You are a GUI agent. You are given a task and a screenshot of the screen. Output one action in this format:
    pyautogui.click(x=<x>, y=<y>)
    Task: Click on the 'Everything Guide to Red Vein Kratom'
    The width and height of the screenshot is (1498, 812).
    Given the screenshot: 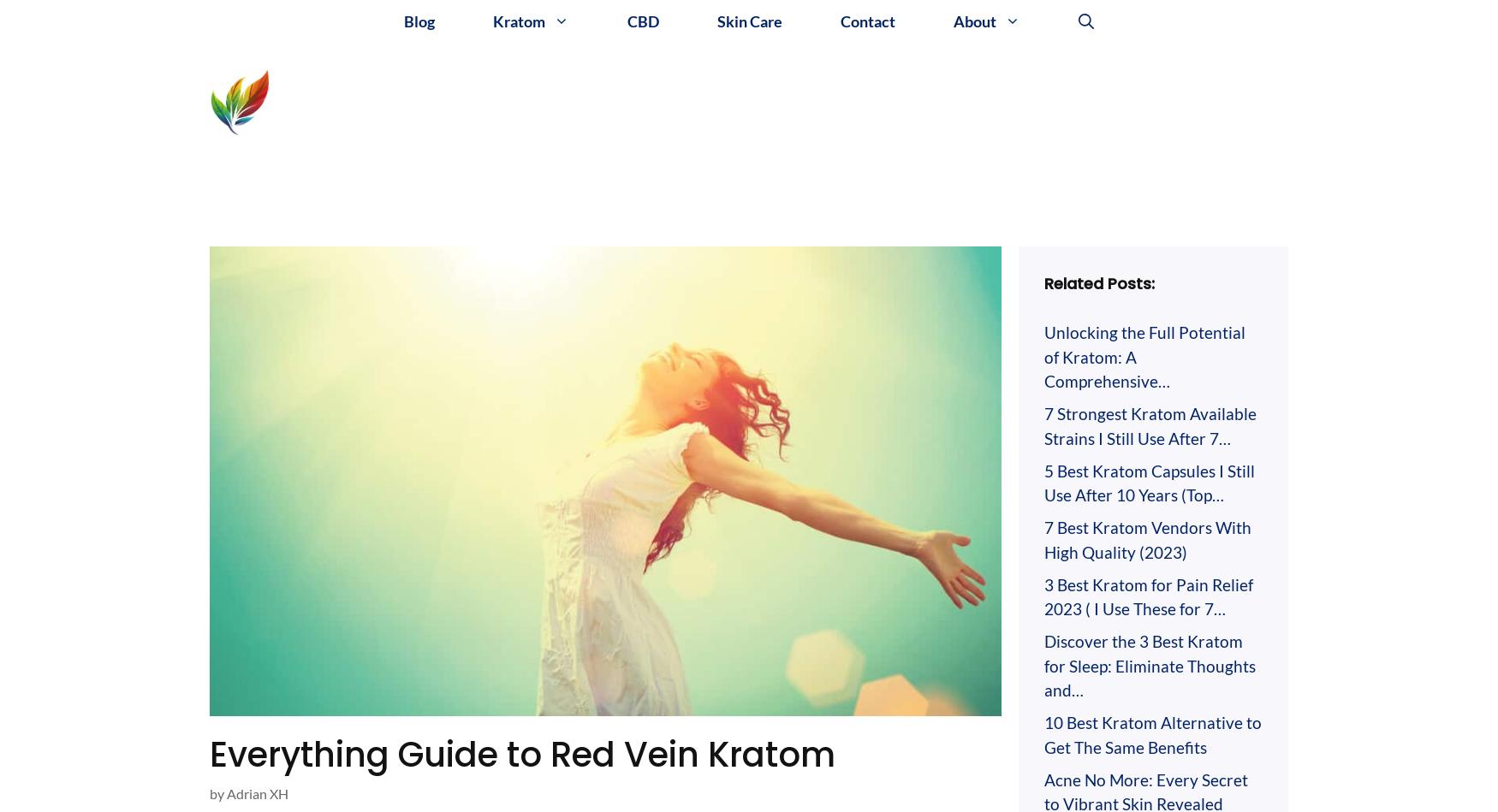 What is the action you would take?
    pyautogui.click(x=522, y=752)
    